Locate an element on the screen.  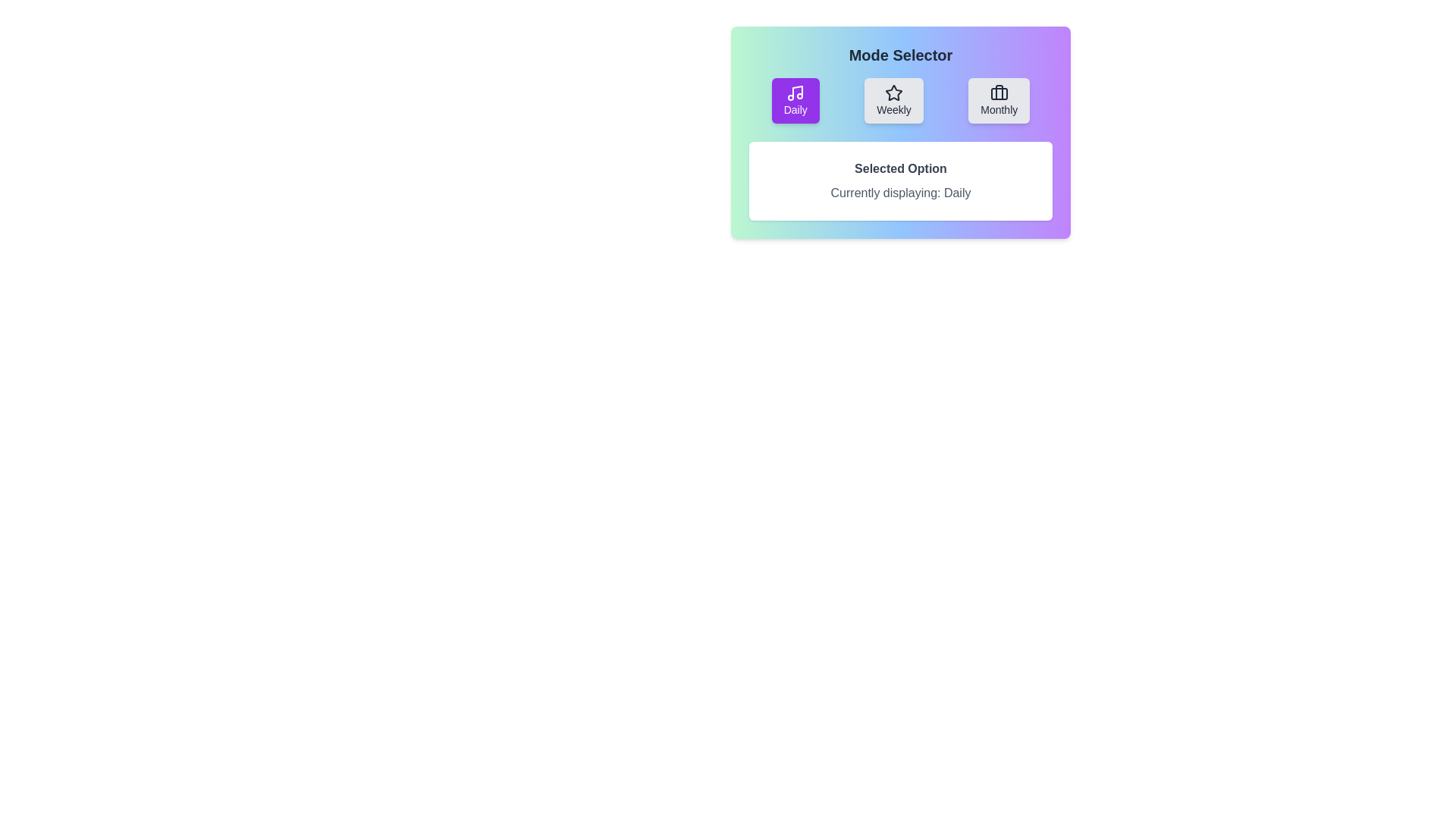
text from the 'Mode Selector' label located at the top-center of the UI, which is styled in bold and large dark gray font is located at coordinates (901, 55).